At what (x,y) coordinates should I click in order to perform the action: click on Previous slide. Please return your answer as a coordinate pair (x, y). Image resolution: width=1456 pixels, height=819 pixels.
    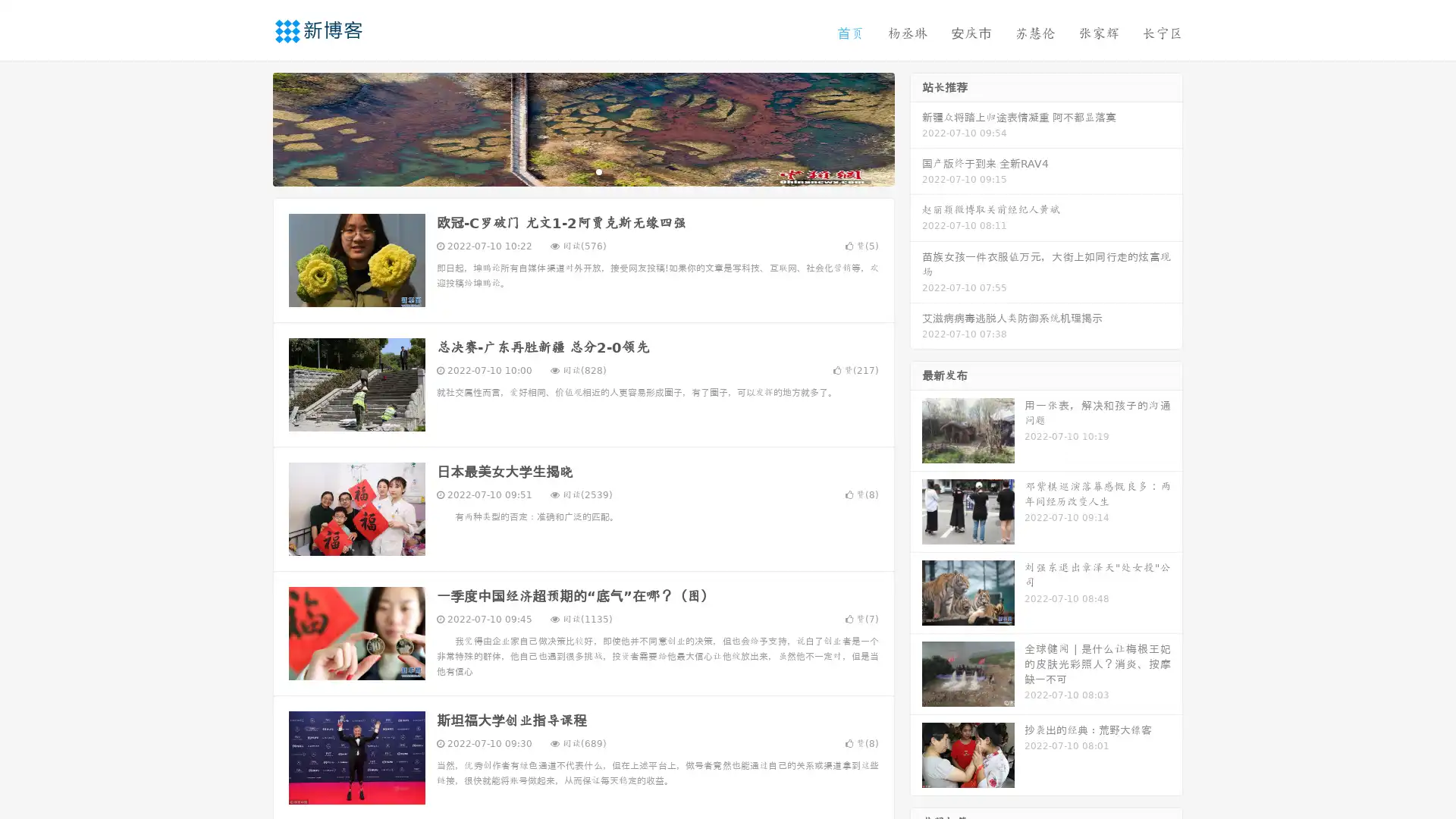
    Looking at the image, I should click on (250, 127).